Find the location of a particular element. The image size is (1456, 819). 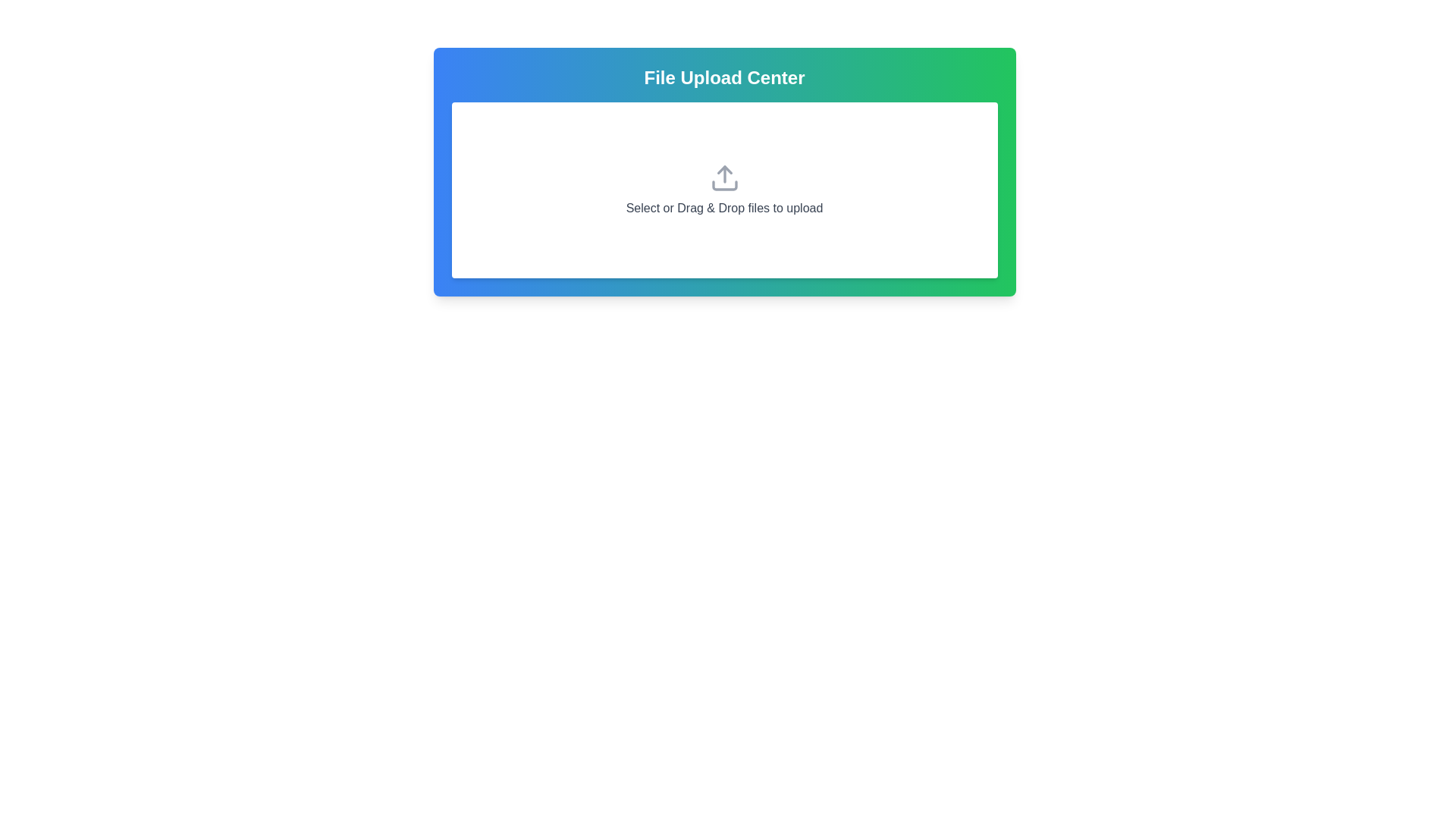

the instructional text that reads 'Select or Drag & Drop files to upload', which is centrally located at the bottom of the 'File Upload Center' is located at coordinates (723, 208).